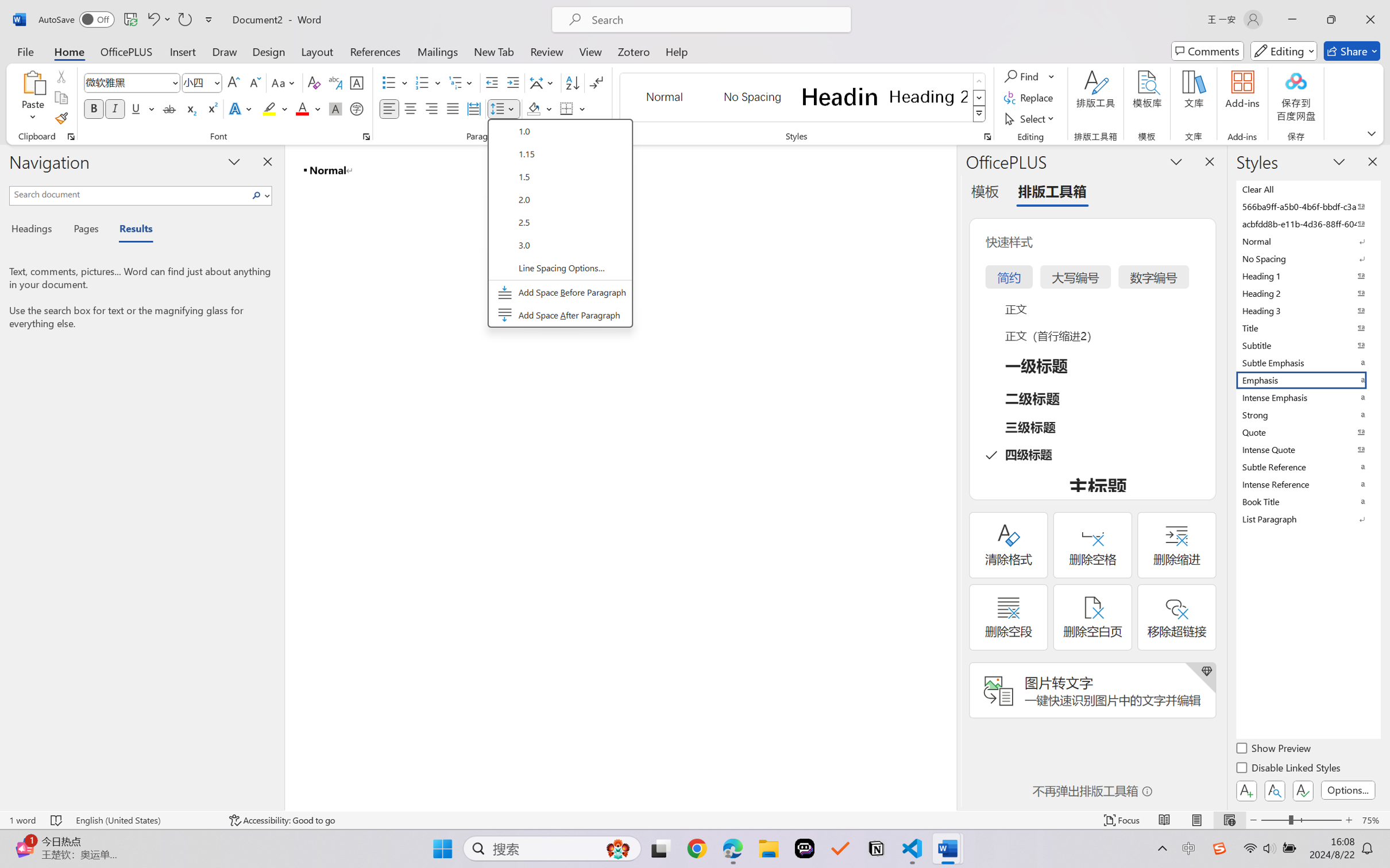  What do you see at coordinates (512, 83) in the screenshot?
I see `'Increase Indent'` at bounding box center [512, 83].